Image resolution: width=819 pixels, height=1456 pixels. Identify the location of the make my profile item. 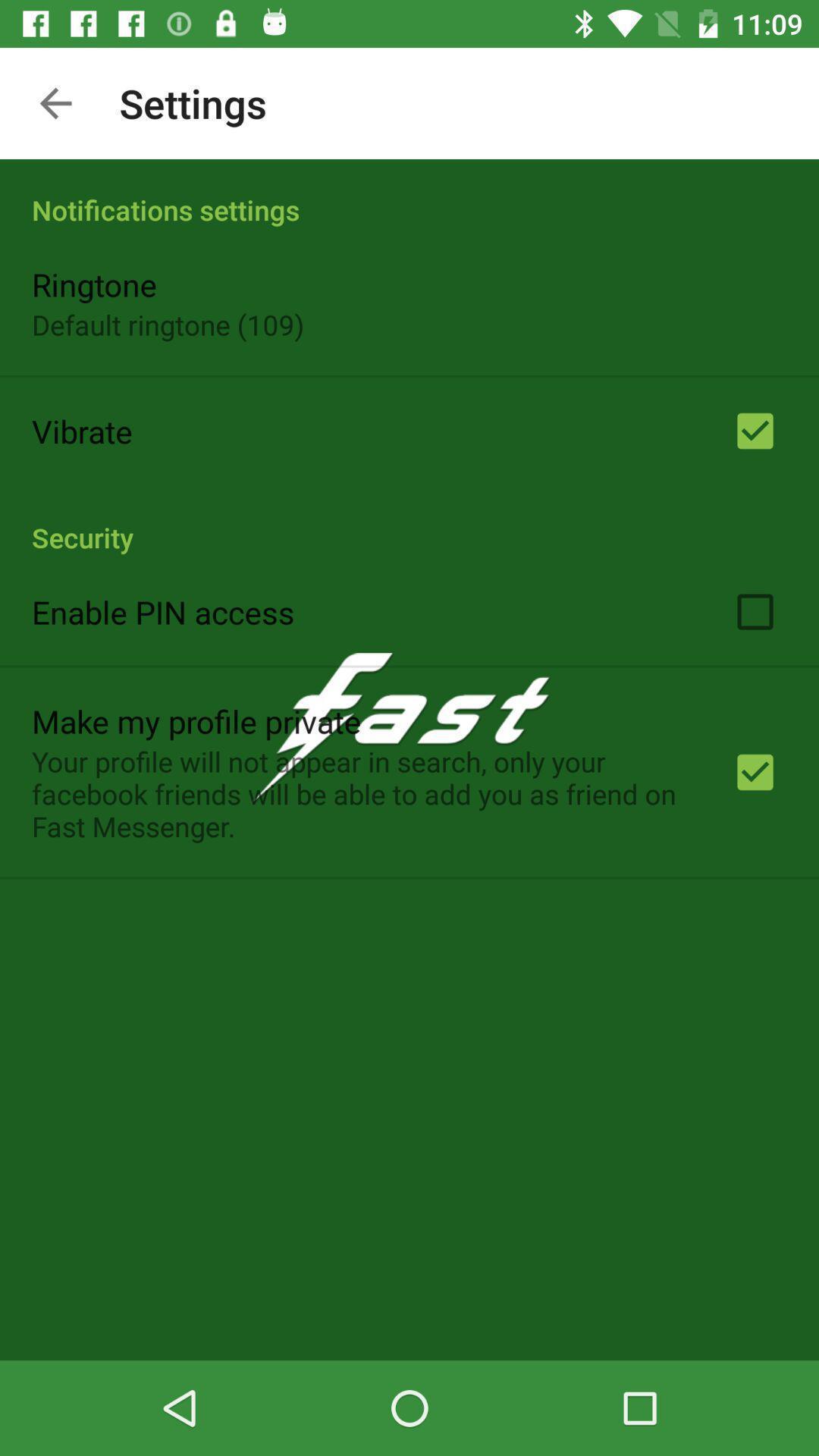
(196, 720).